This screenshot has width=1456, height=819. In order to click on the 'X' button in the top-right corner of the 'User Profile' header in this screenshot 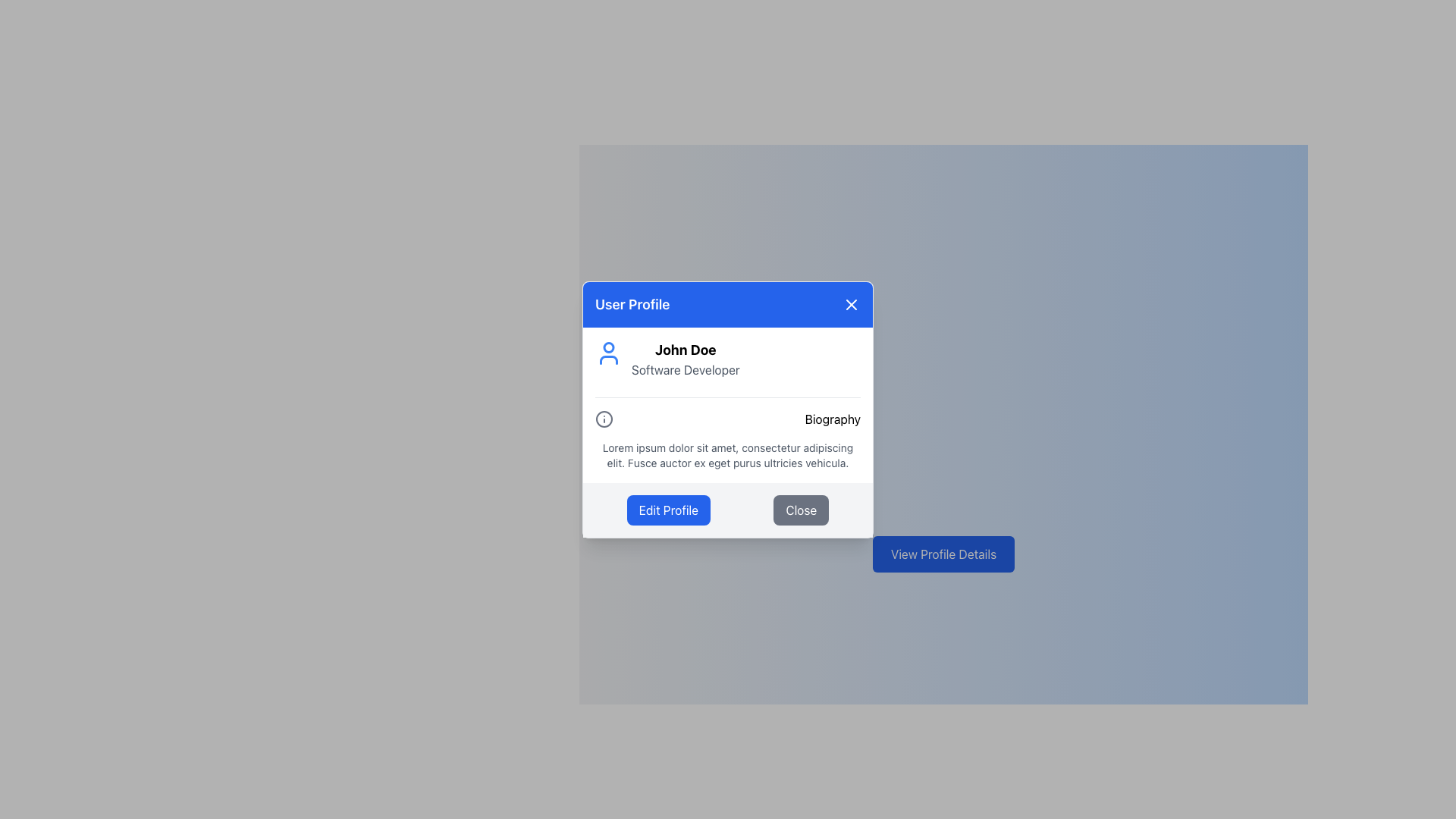, I will do `click(852, 304)`.